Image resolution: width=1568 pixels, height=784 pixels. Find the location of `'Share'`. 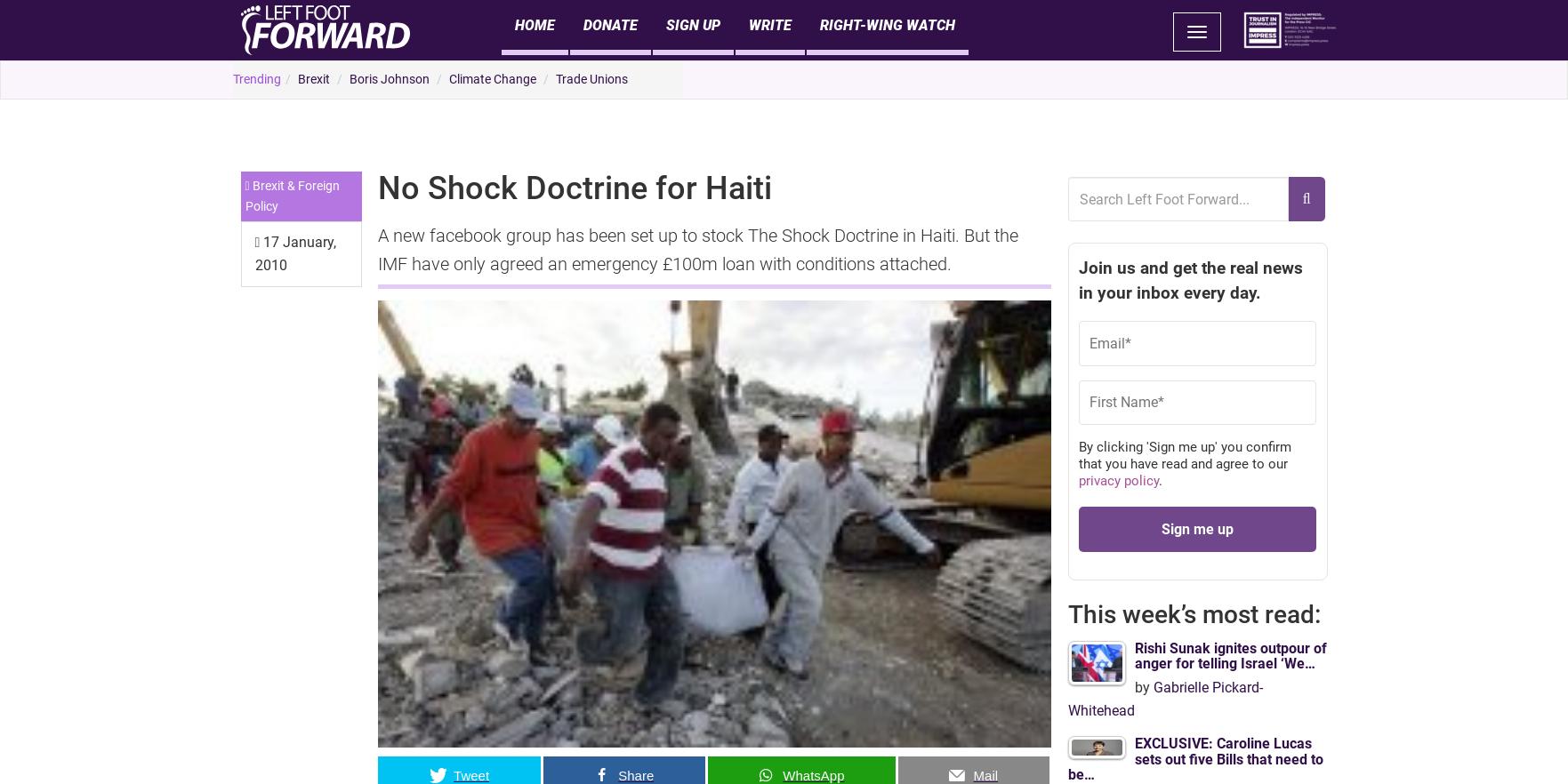

'Share' is located at coordinates (617, 774).